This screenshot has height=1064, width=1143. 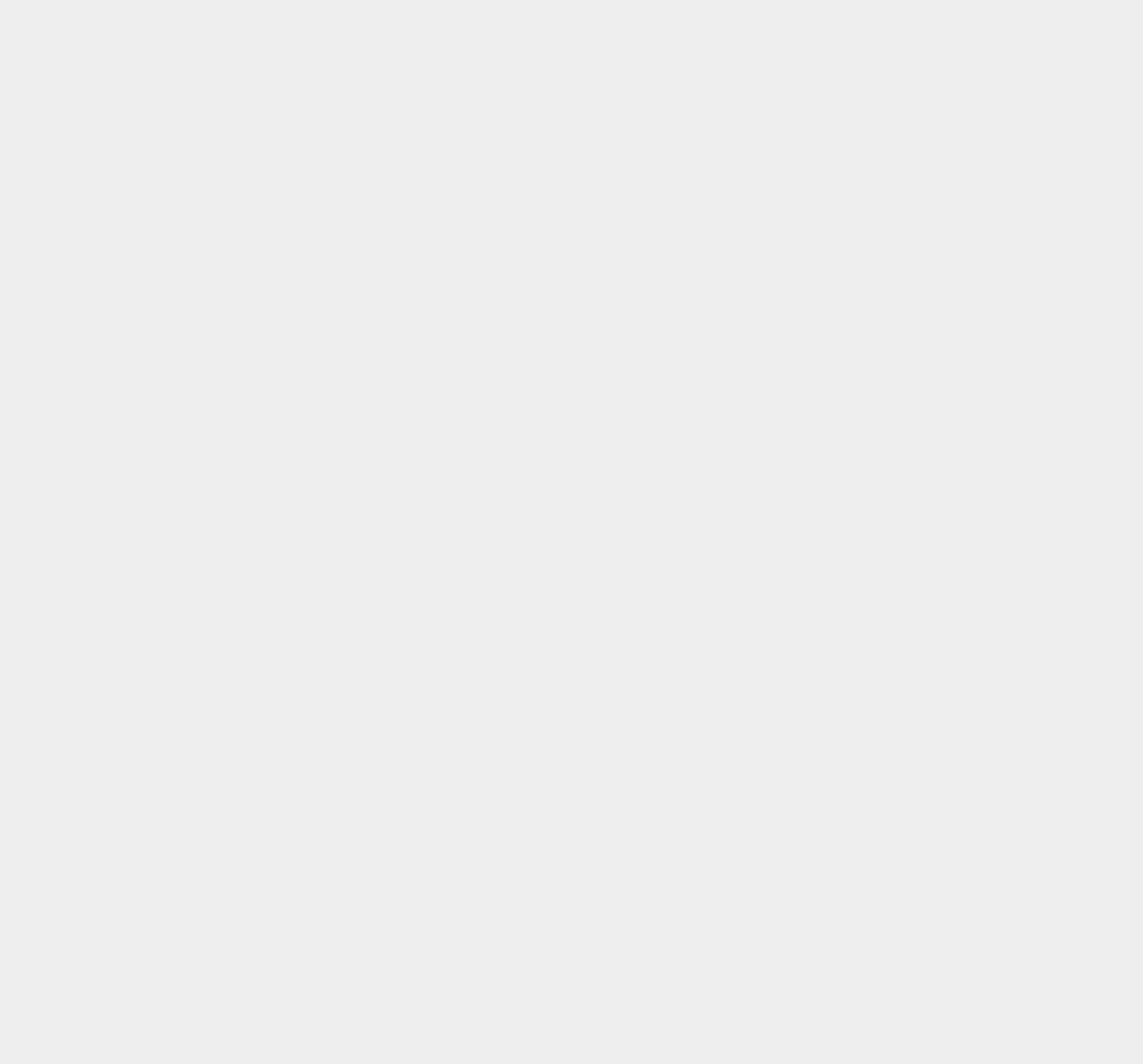 I want to click on 'iShower Speaker', so click(x=859, y=739).